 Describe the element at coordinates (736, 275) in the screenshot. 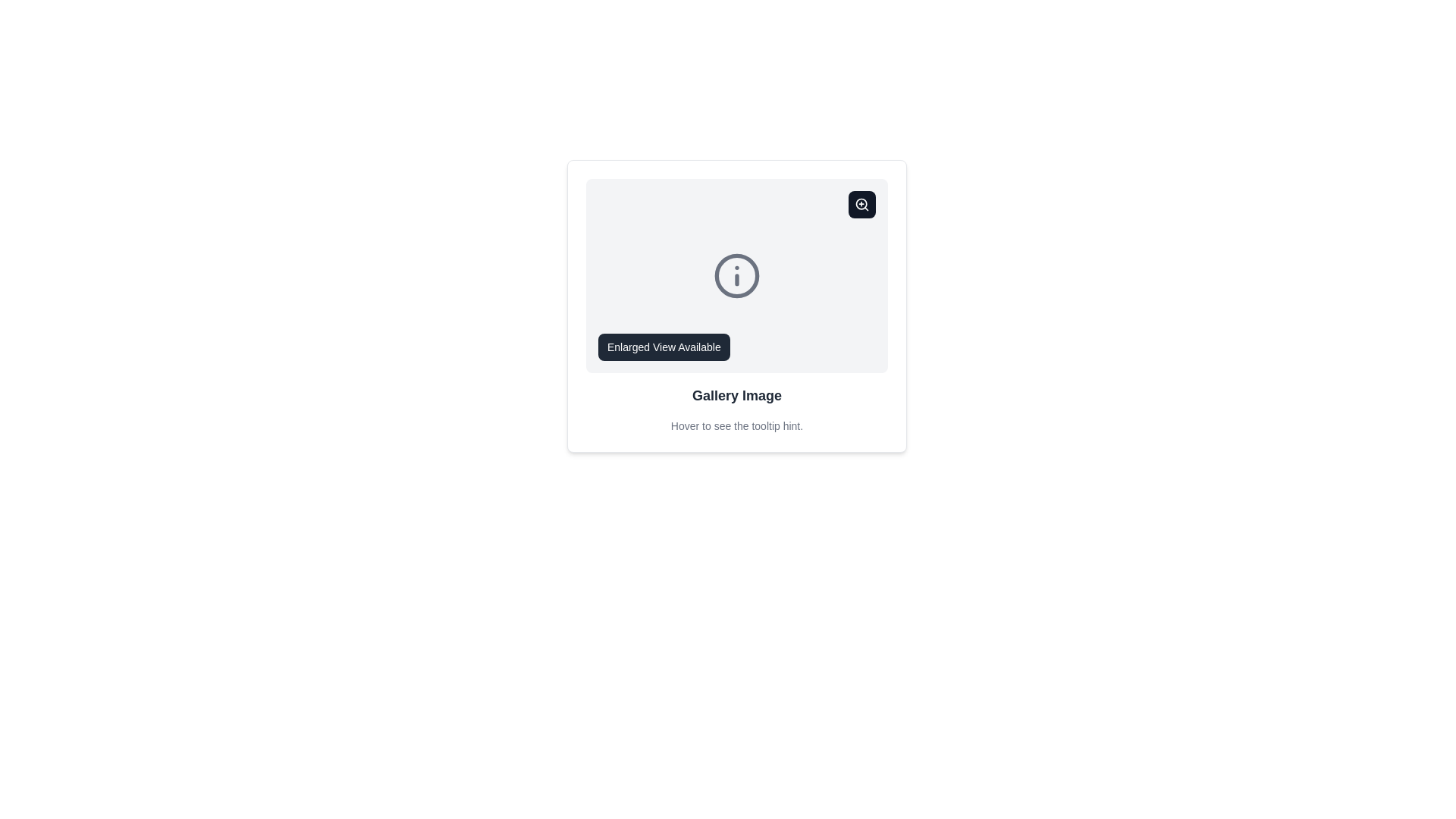

I see `the information icon located between the zoom magnifying glass icon above and the 'Gallery Image' text label below` at that location.